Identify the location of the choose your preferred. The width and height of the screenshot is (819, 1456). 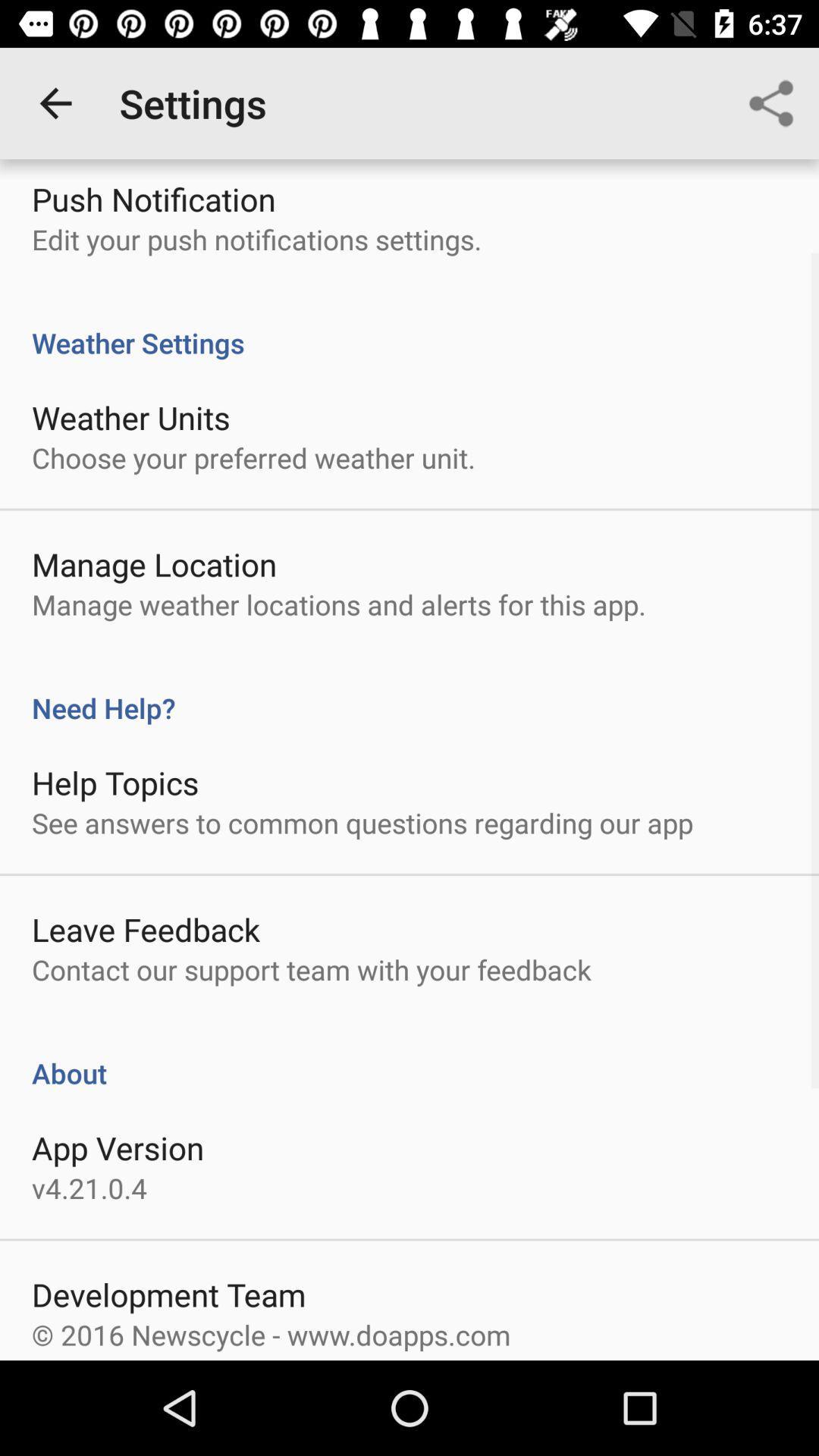
(253, 457).